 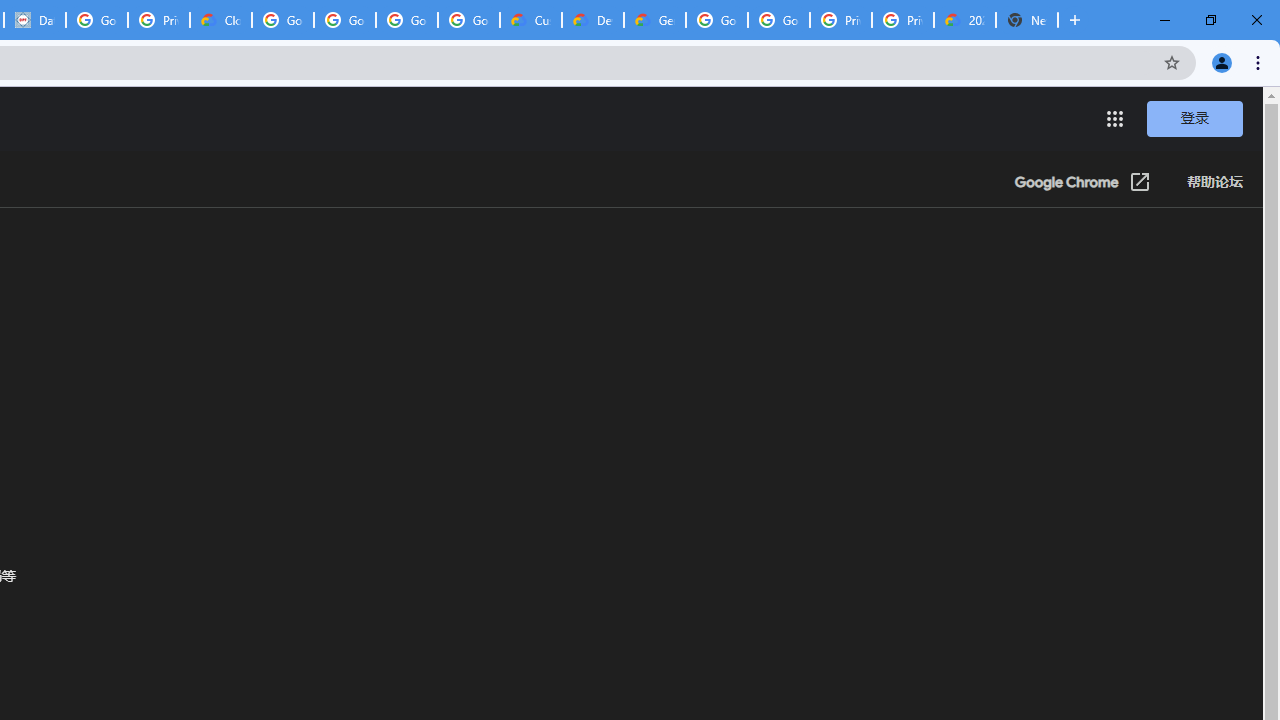 What do you see at coordinates (1027, 20) in the screenshot?
I see `'New Tab'` at bounding box center [1027, 20].